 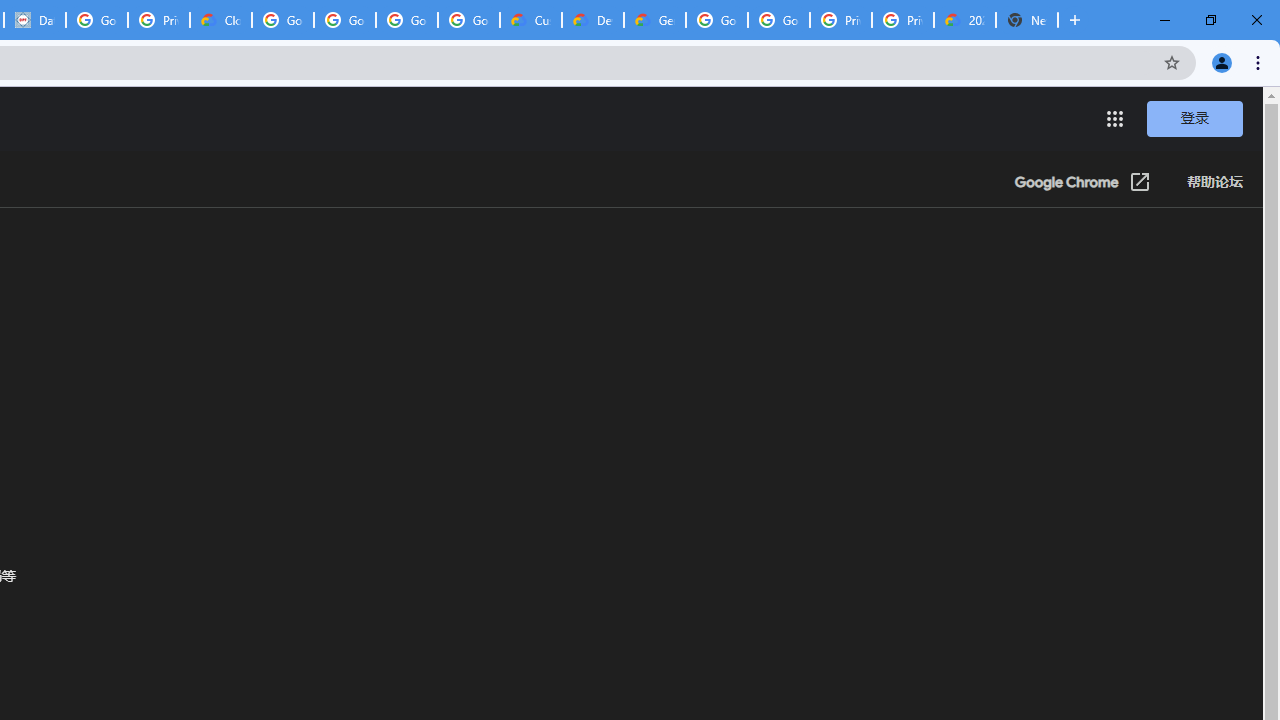 What do you see at coordinates (1027, 20) in the screenshot?
I see `'New Tab'` at bounding box center [1027, 20].